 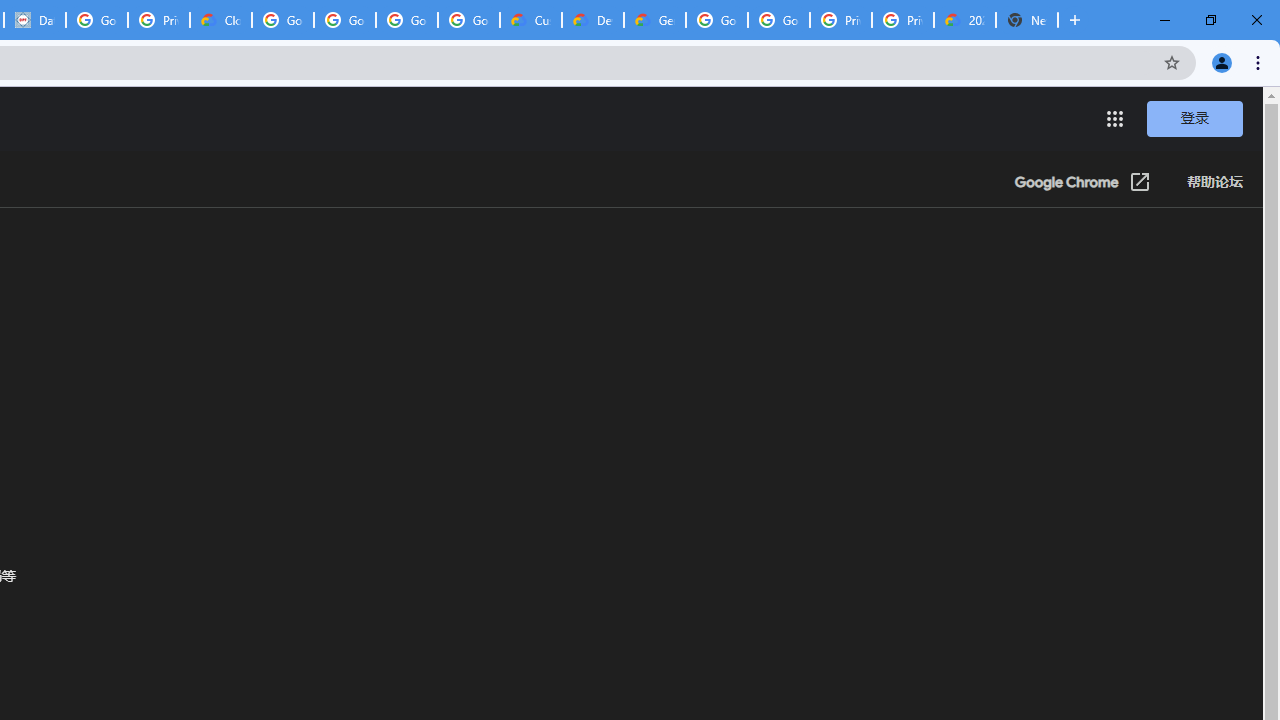 What do you see at coordinates (1027, 20) in the screenshot?
I see `'New Tab'` at bounding box center [1027, 20].